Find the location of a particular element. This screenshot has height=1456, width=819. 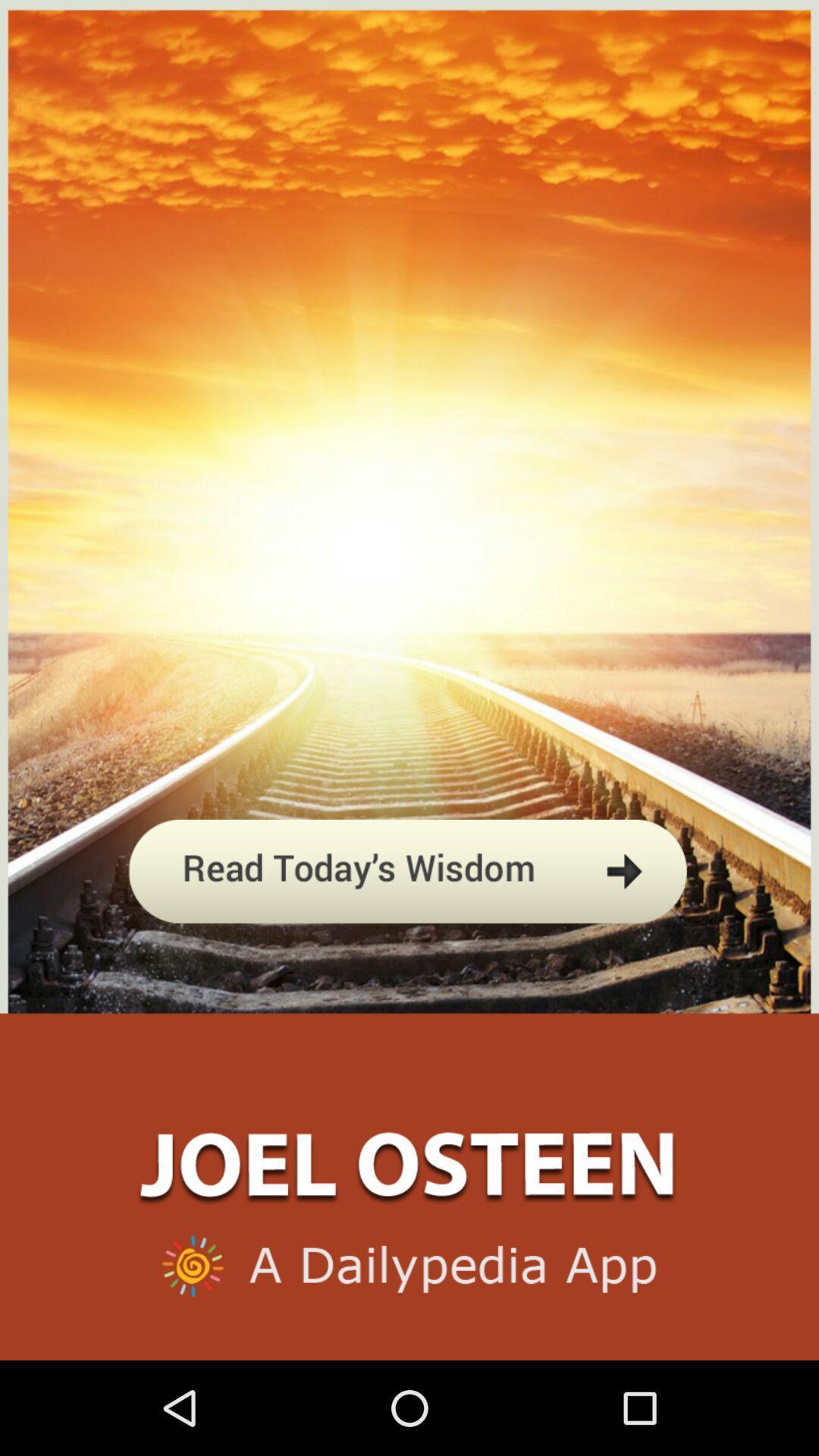

next page read today 's wisdom is located at coordinates (408, 943).